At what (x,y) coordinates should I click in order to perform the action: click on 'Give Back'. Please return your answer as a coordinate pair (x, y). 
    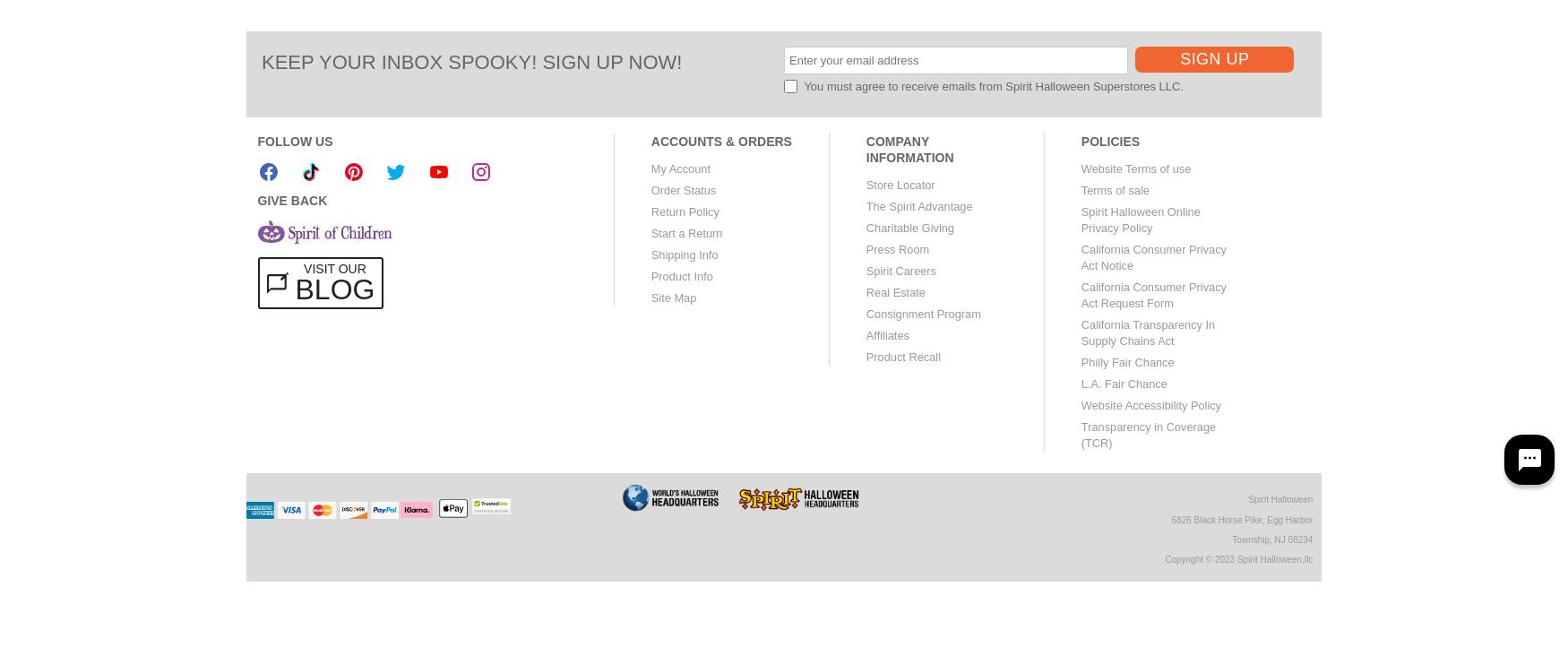
    Looking at the image, I should click on (292, 199).